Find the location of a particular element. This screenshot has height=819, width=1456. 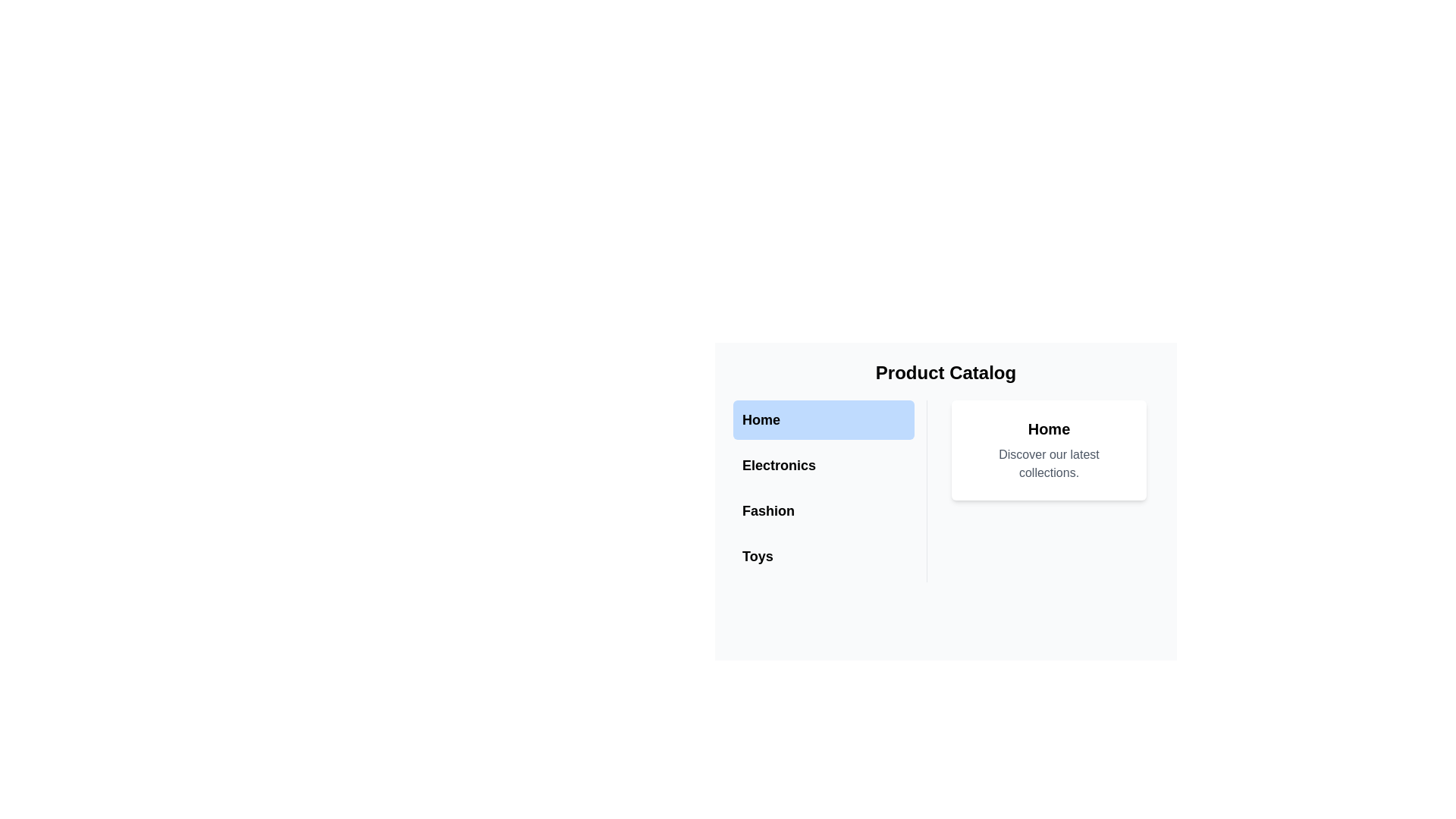

the 'Electronics' button in the vertical list of interactive options is located at coordinates (829, 491).